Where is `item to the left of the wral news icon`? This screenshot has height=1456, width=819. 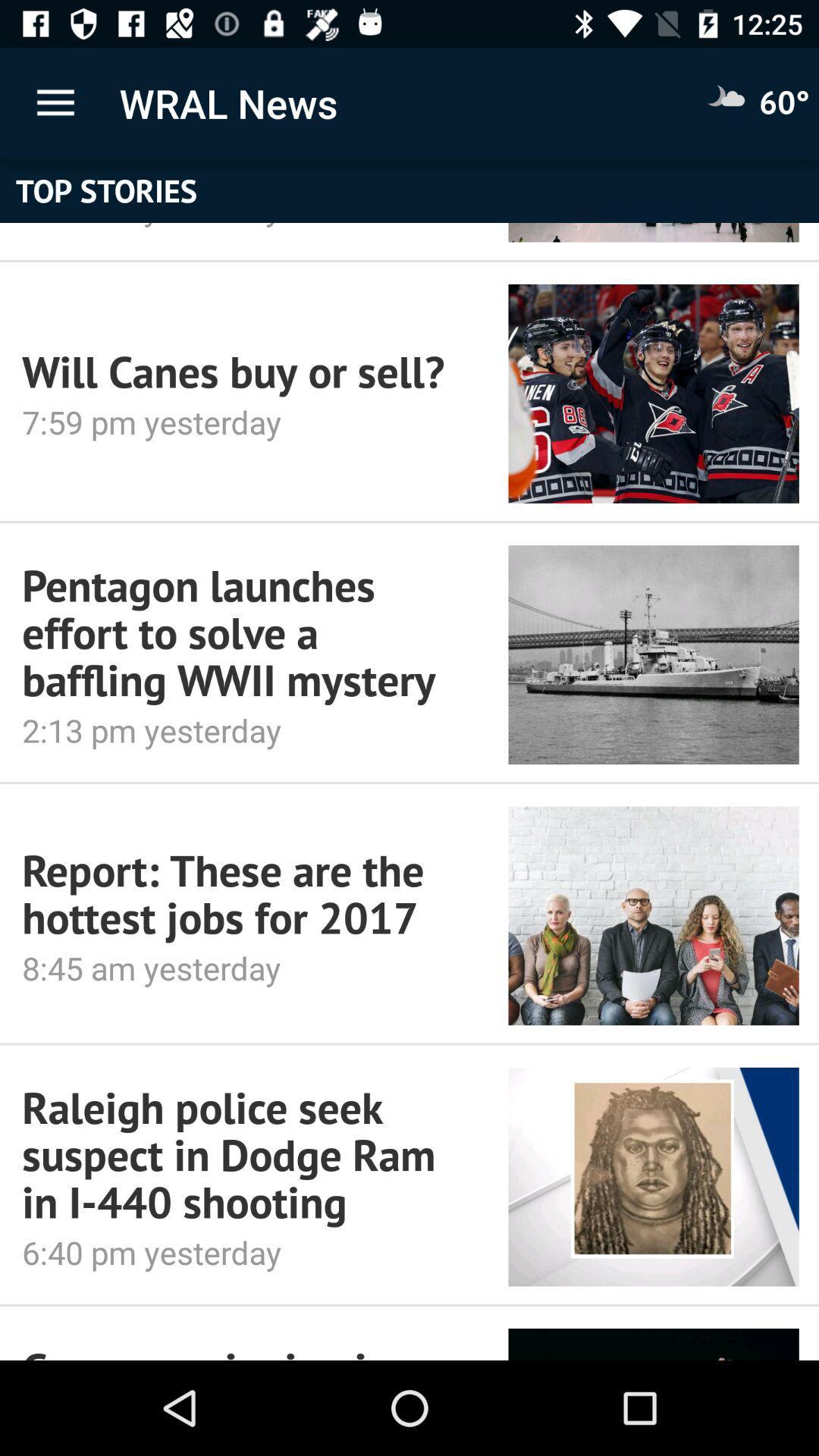 item to the left of the wral news icon is located at coordinates (55, 102).